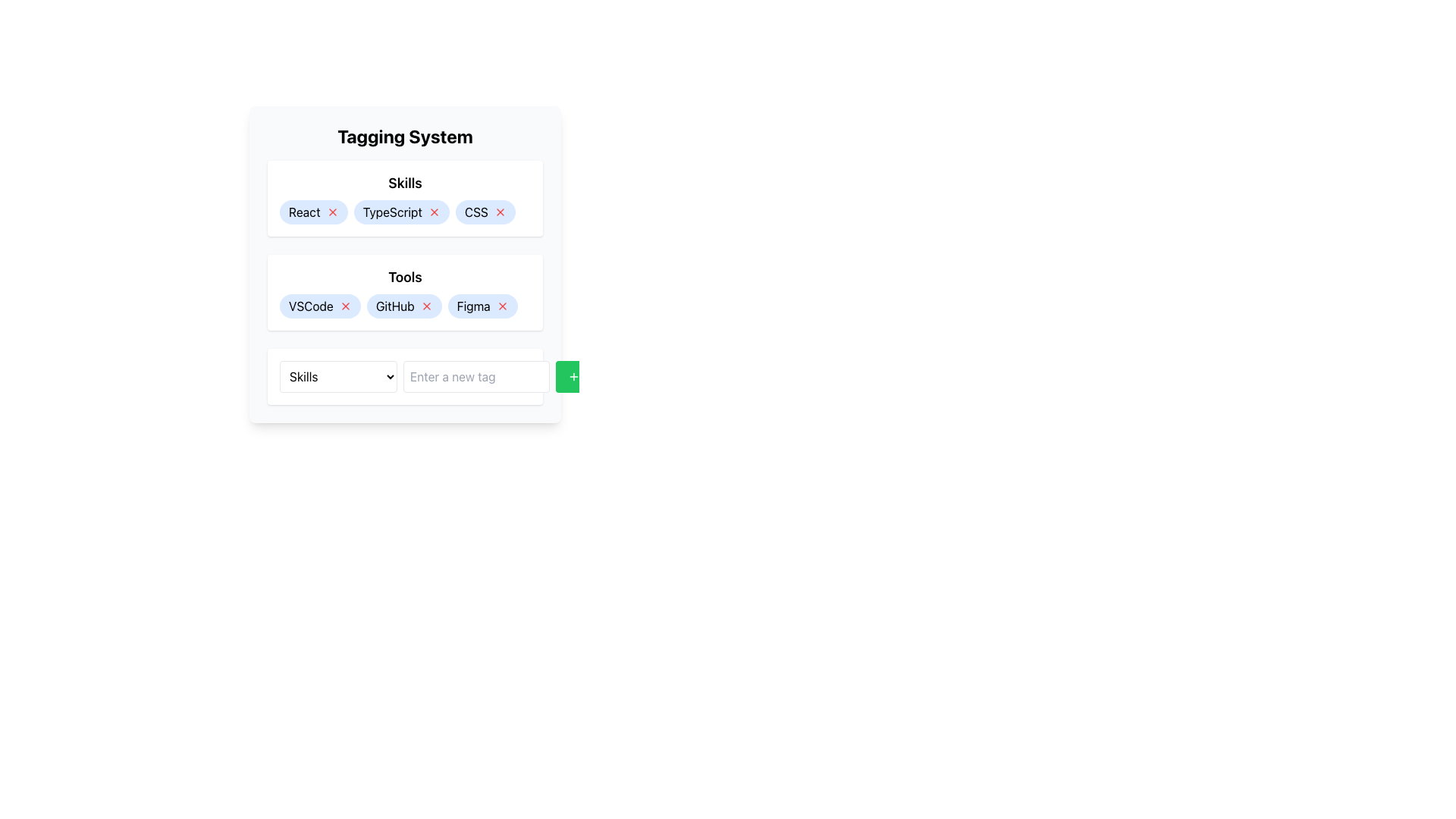 Image resolution: width=1456 pixels, height=819 pixels. I want to click on the red close icon button within the blue oval tag labeled 'React', so click(331, 212).